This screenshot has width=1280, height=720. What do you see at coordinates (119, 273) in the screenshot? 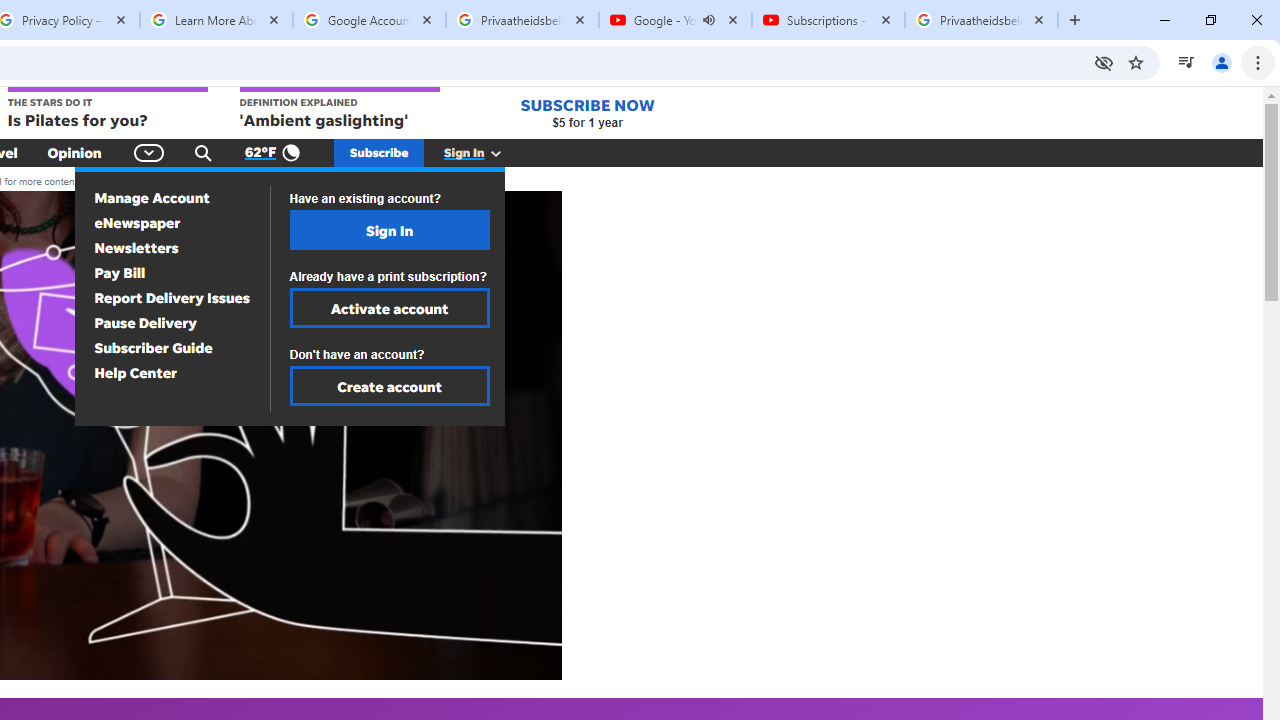
I see `'Pay Bill'` at bounding box center [119, 273].